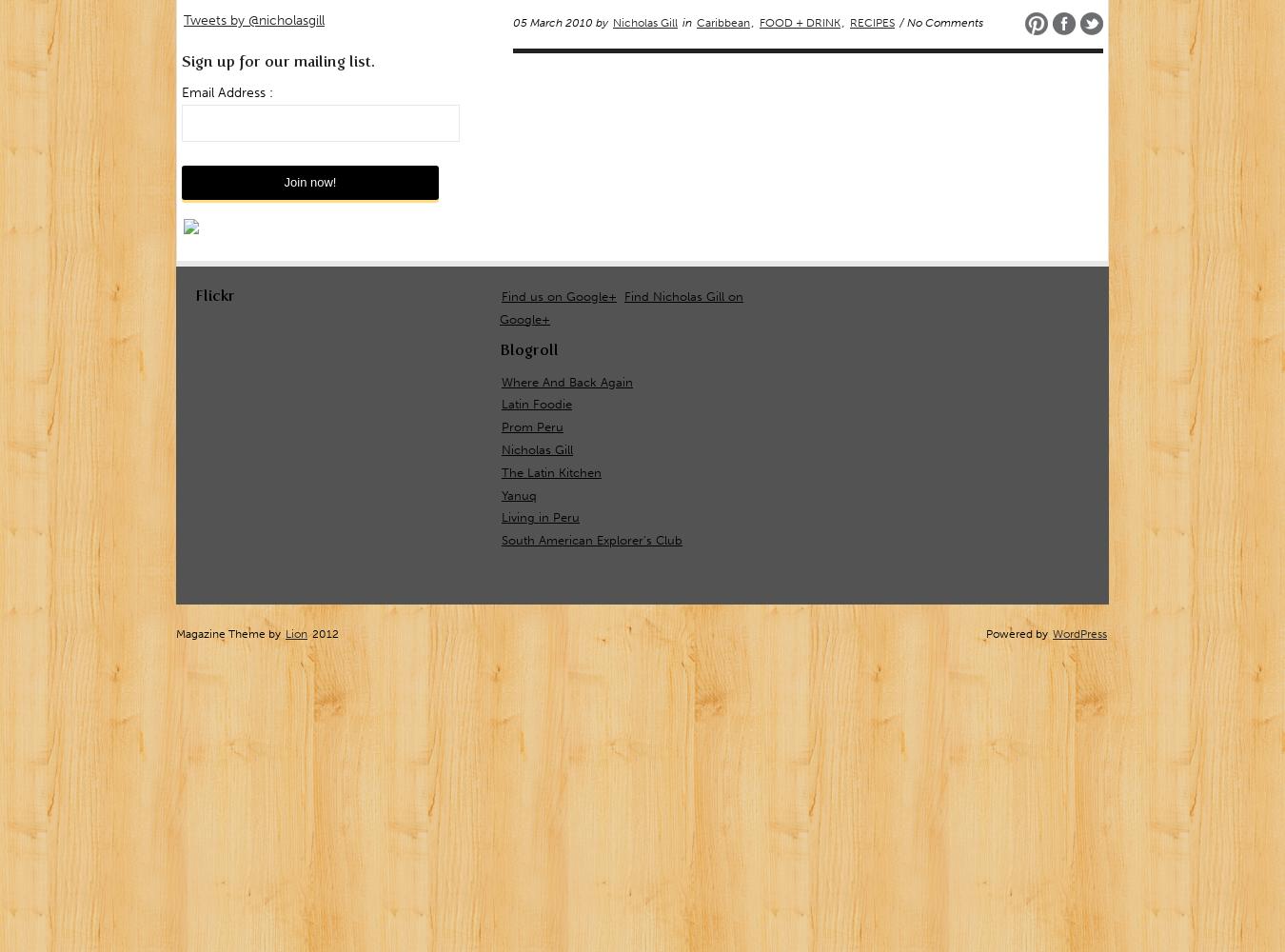 Image resolution: width=1285 pixels, height=952 pixels. What do you see at coordinates (253, 19) in the screenshot?
I see `'Tweets by @nicholasgill'` at bounding box center [253, 19].